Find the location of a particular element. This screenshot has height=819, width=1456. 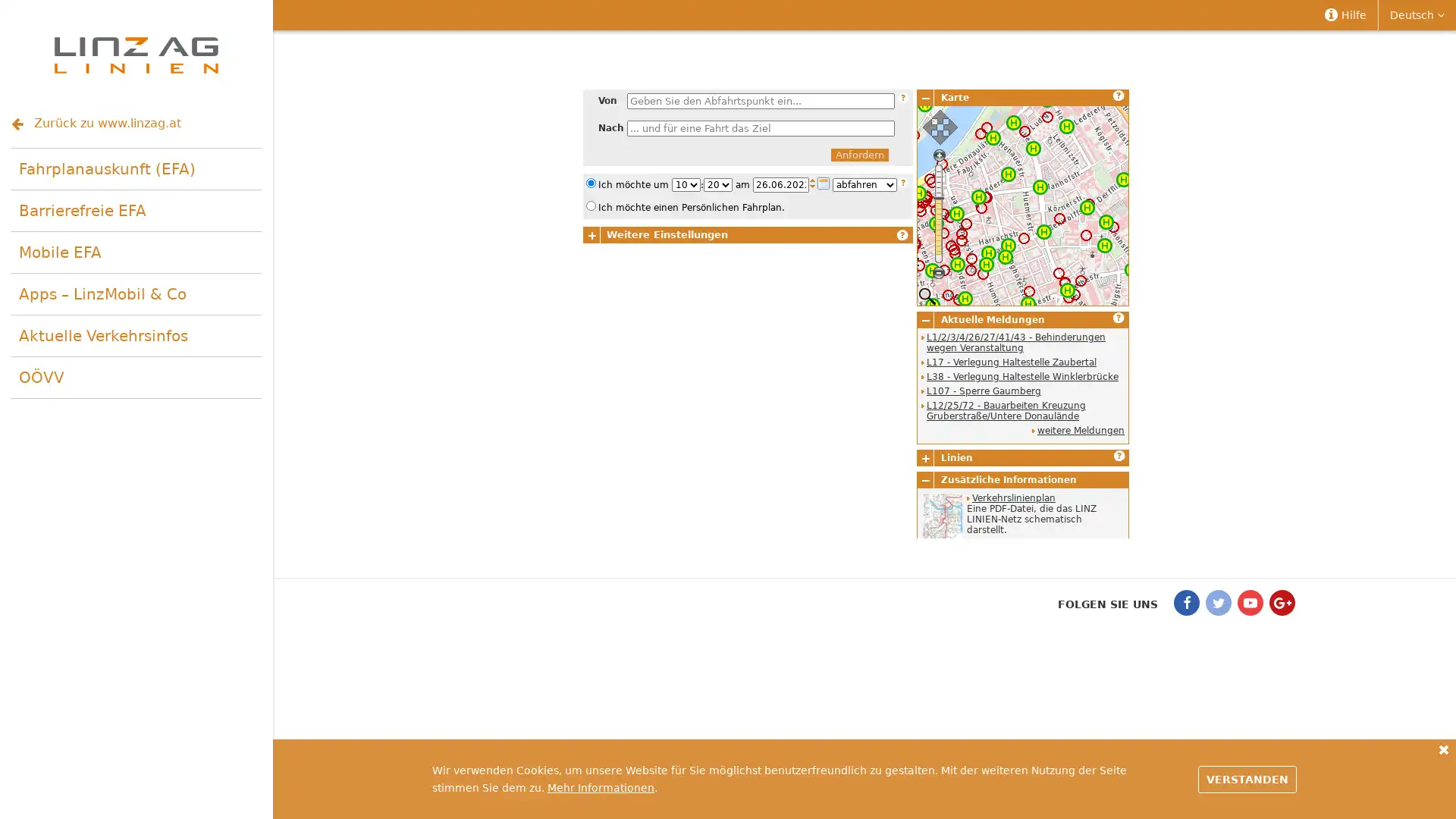

COOKIE RICHTLINIEN SCHLIESSEN is located at coordinates (1443, 748).